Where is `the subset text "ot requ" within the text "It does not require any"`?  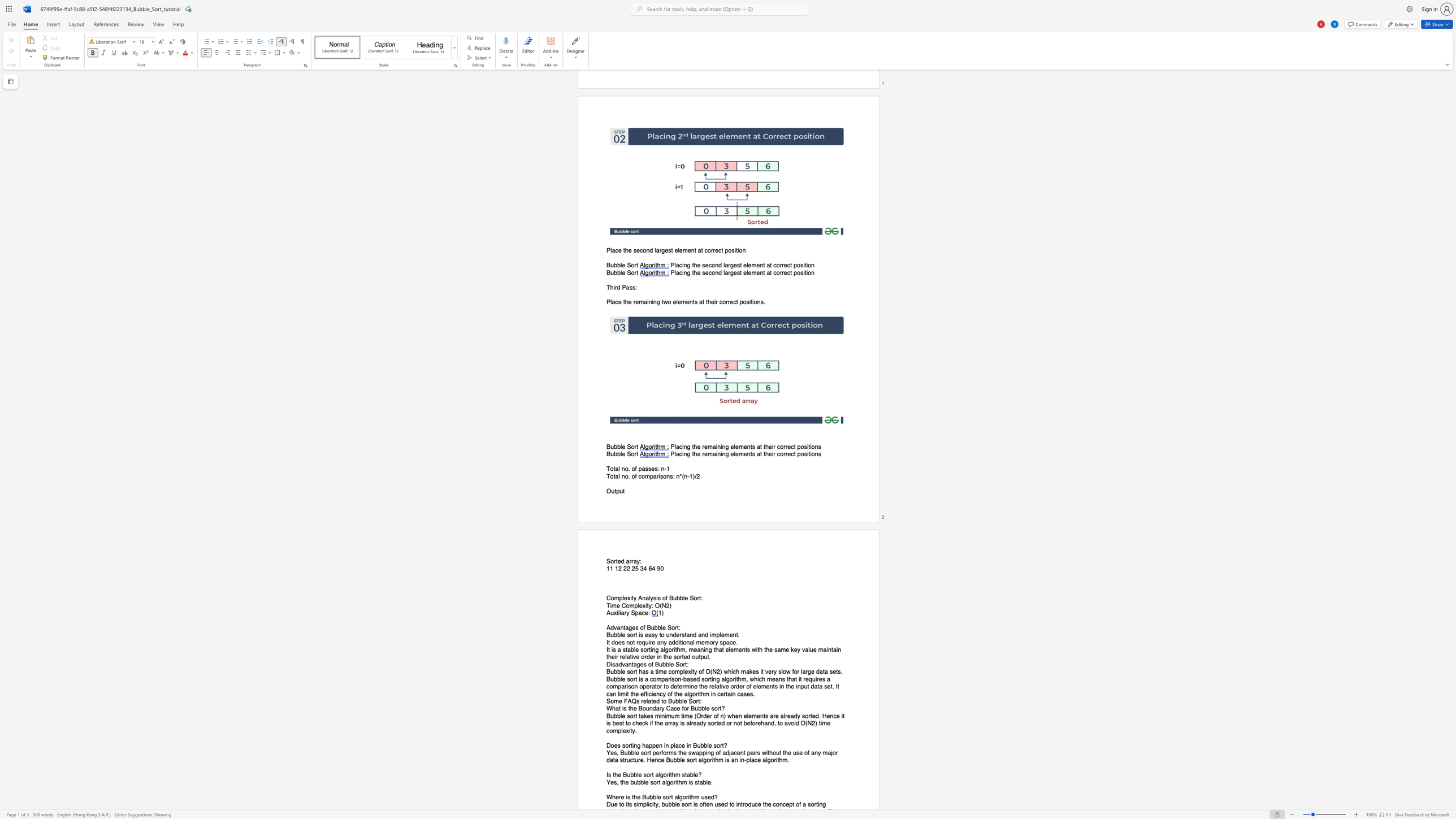
the subset text "ot requ" within the text "It does not require any" is located at coordinates (630, 642).